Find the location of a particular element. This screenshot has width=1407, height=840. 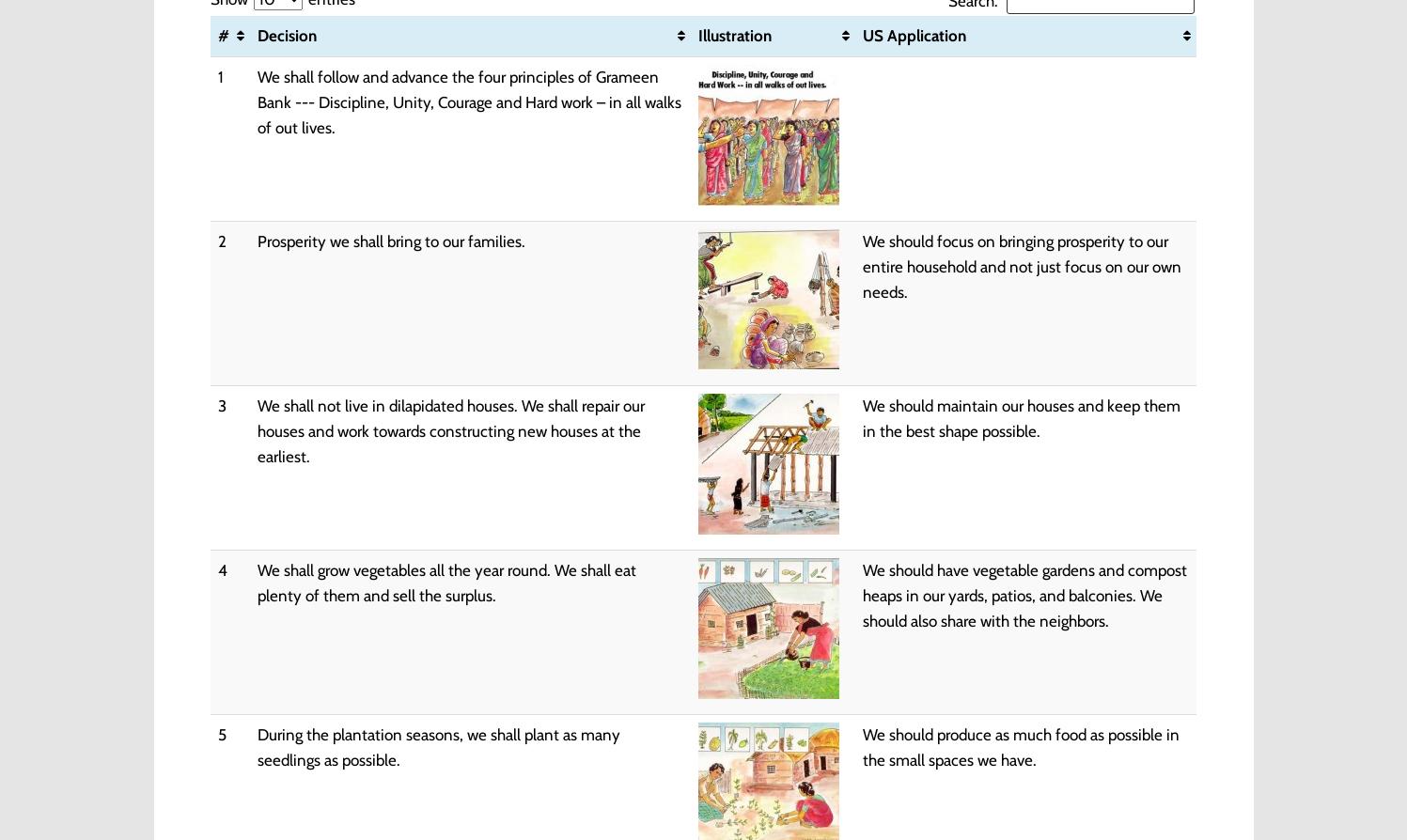

'We shall grow vegetables all the year round. We shall eat plenty of them and sell the surplus.' is located at coordinates (445, 582).